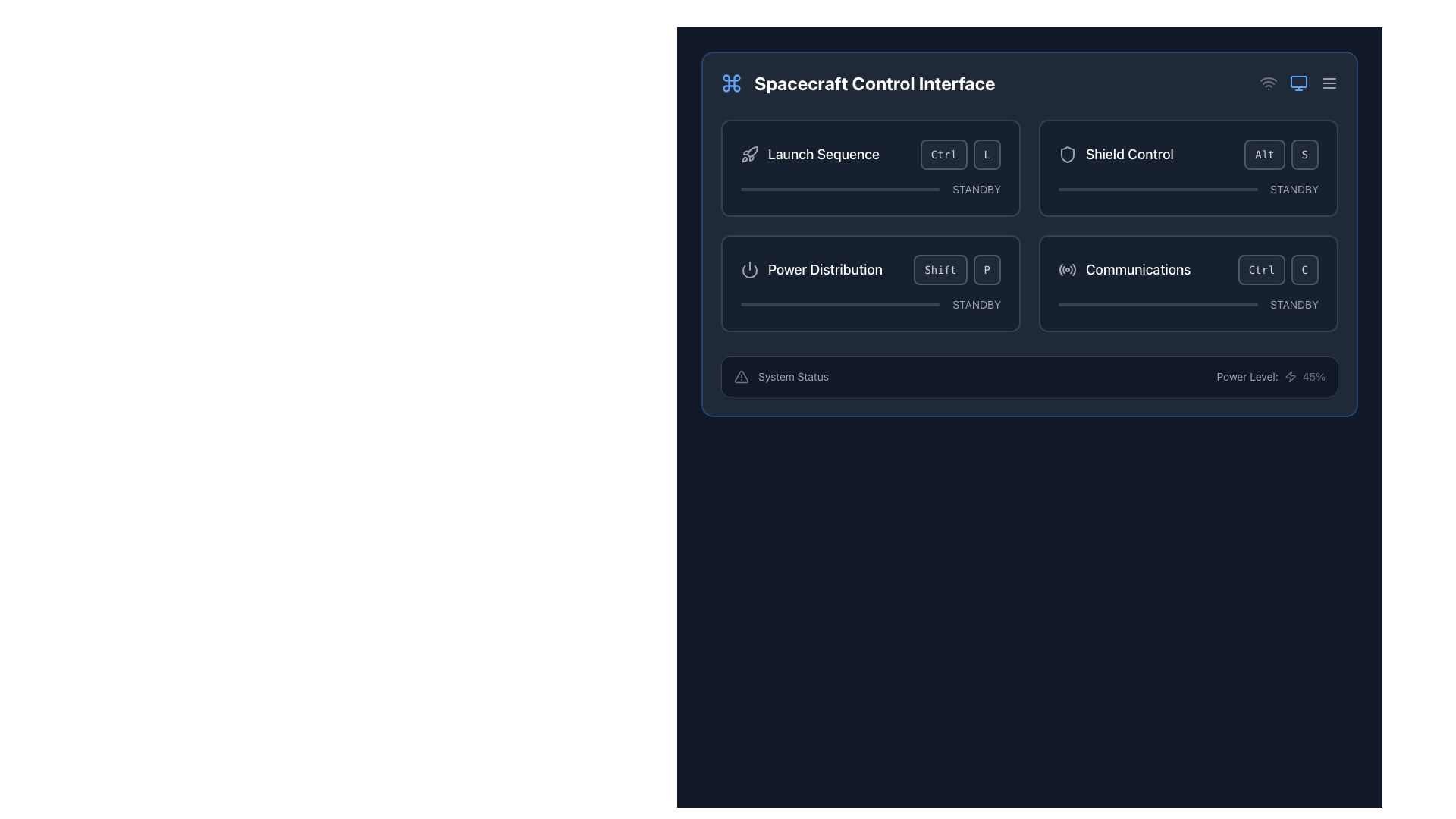  I want to click on the 'Shift' button within the 'Power Distribution' row, which includes an icon and a text label, so click(871, 268).